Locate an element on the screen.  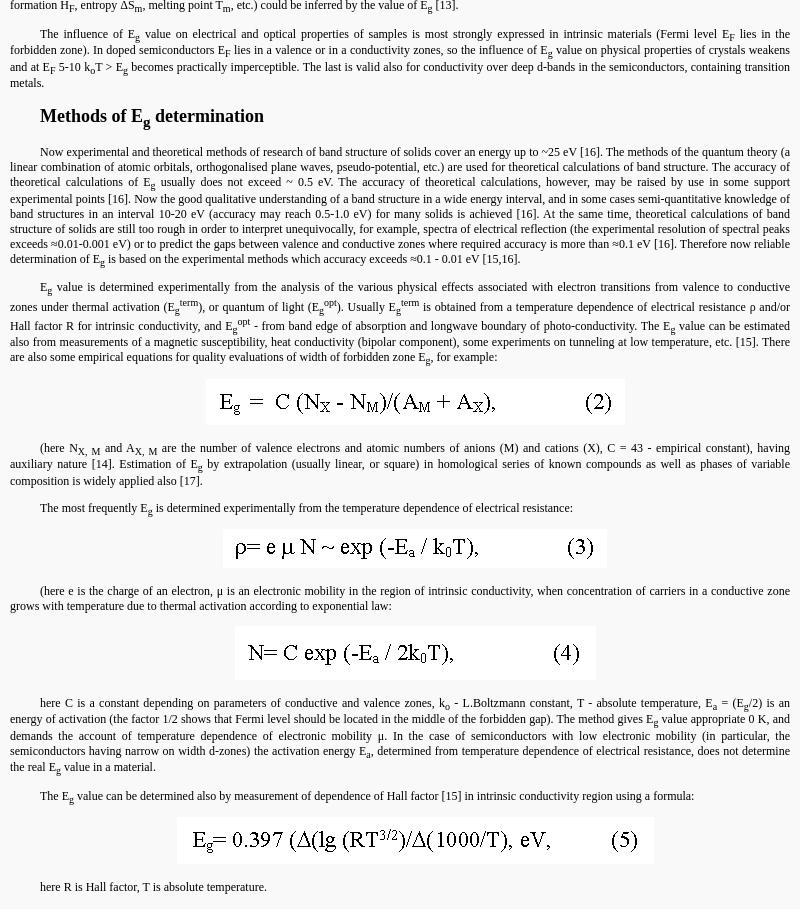
'- from band edge of absorption and longwave boundary of photo-conductivity. The E' is located at coordinates (458, 325).